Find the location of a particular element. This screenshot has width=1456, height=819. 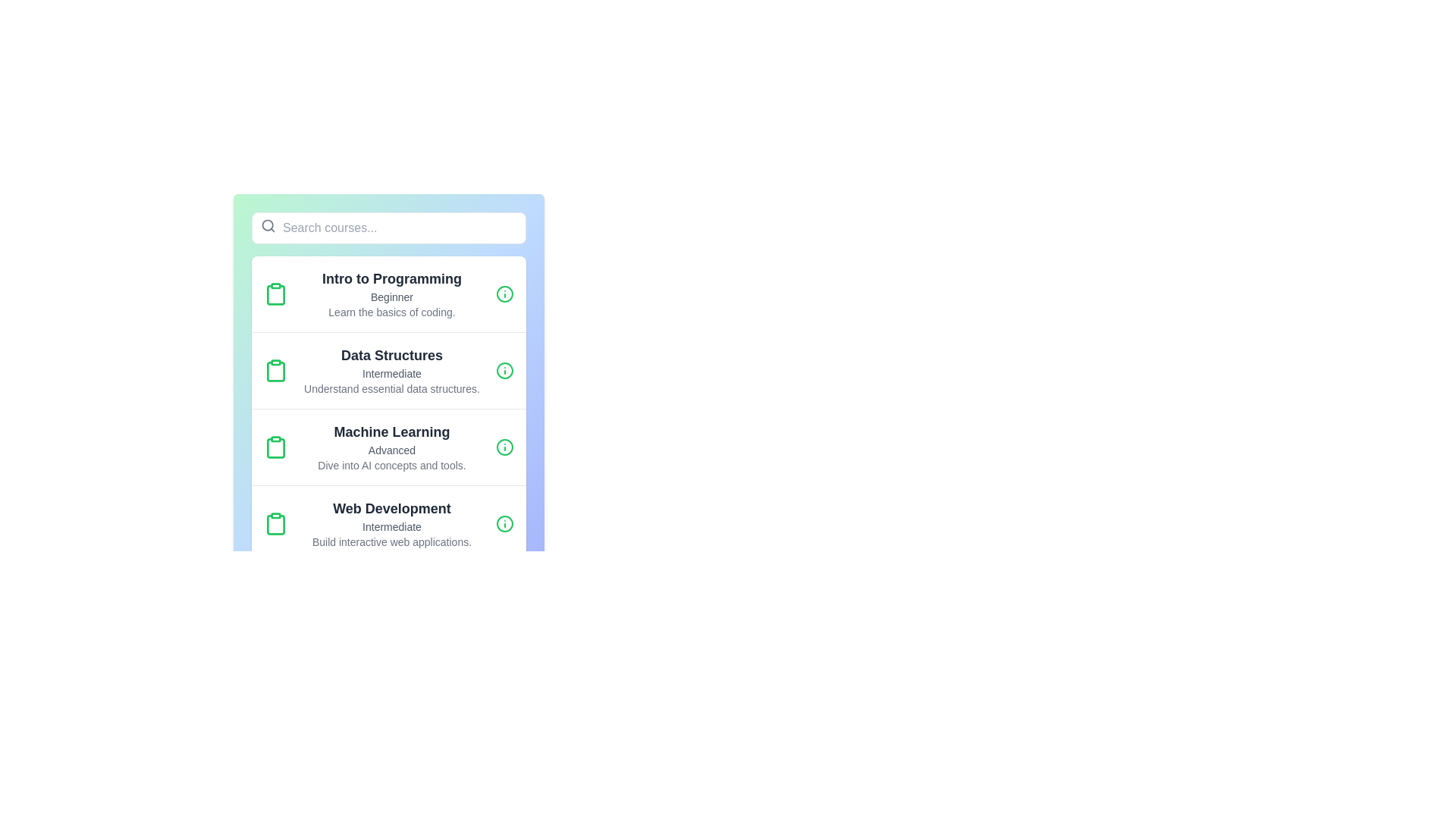

the circular outline element with a green stroke in the SVG graphic, located to the right of the 'Intro to Programming' course item is located at coordinates (505, 294).